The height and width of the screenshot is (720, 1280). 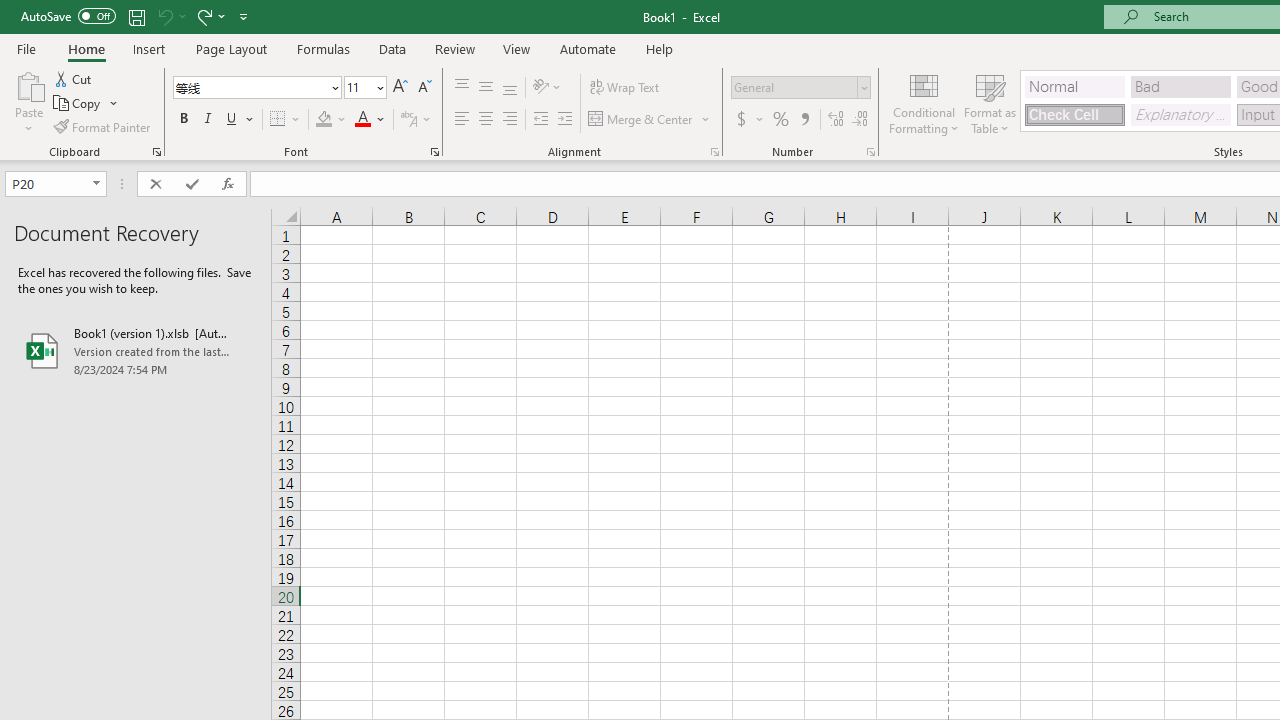 What do you see at coordinates (331, 119) in the screenshot?
I see `'Fill Color'` at bounding box center [331, 119].